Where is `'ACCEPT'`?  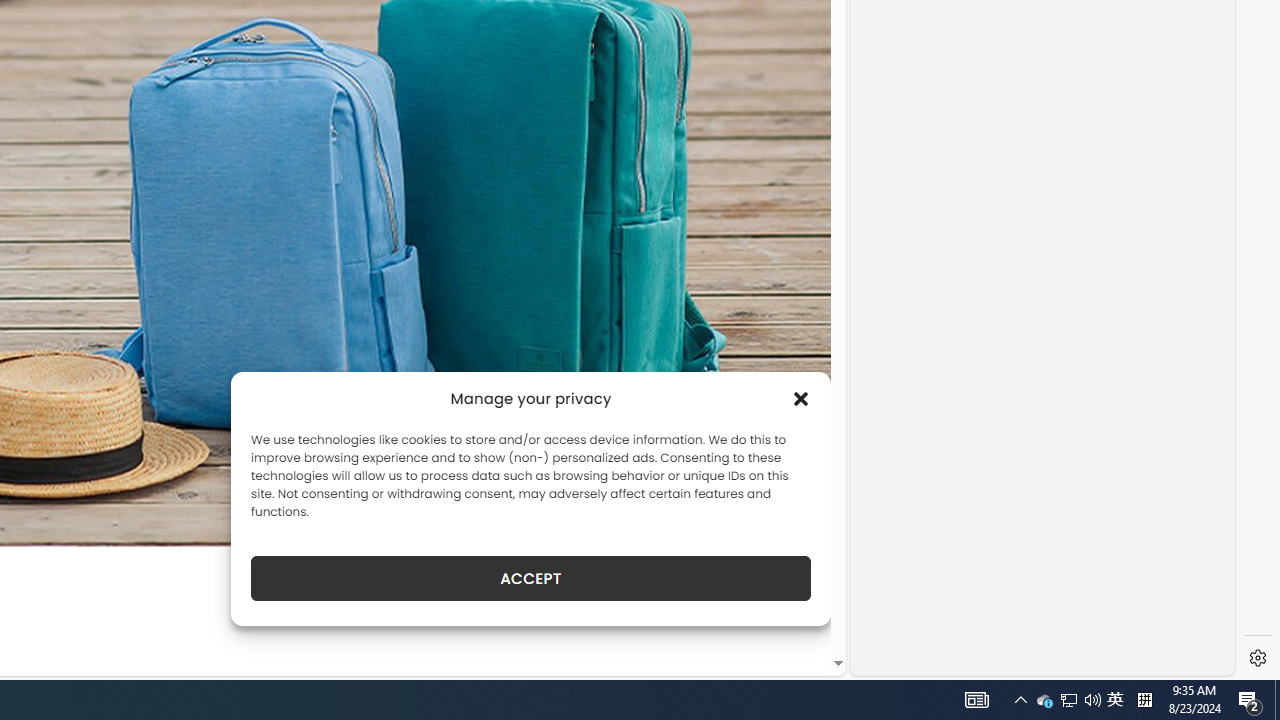
'ACCEPT' is located at coordinates (531, 578).